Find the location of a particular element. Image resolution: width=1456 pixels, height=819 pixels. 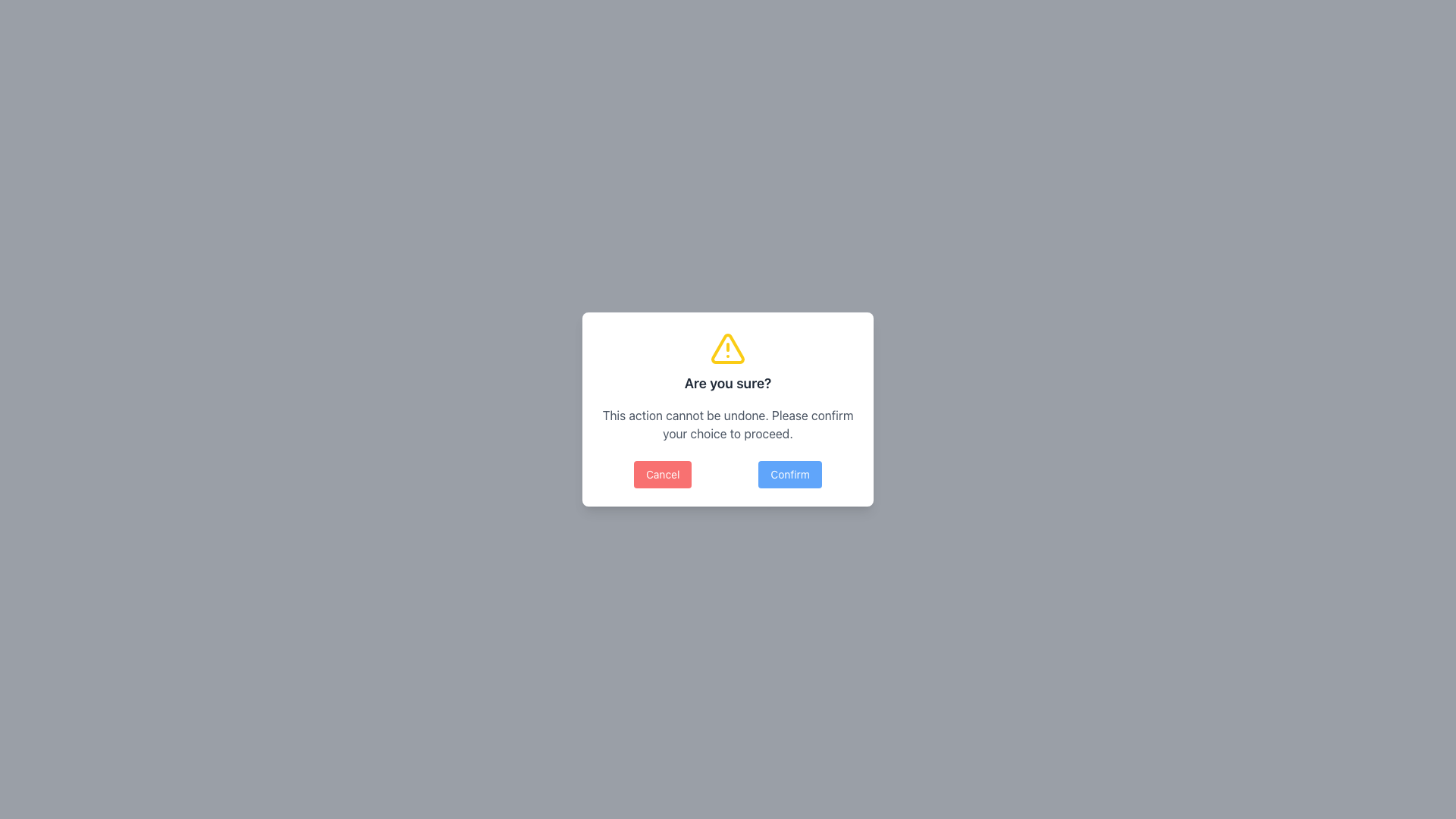

warning text element located in the modal dialog box, which provides context about irreversible actions, for accessibility compliance is located at coordinates (728, 424).